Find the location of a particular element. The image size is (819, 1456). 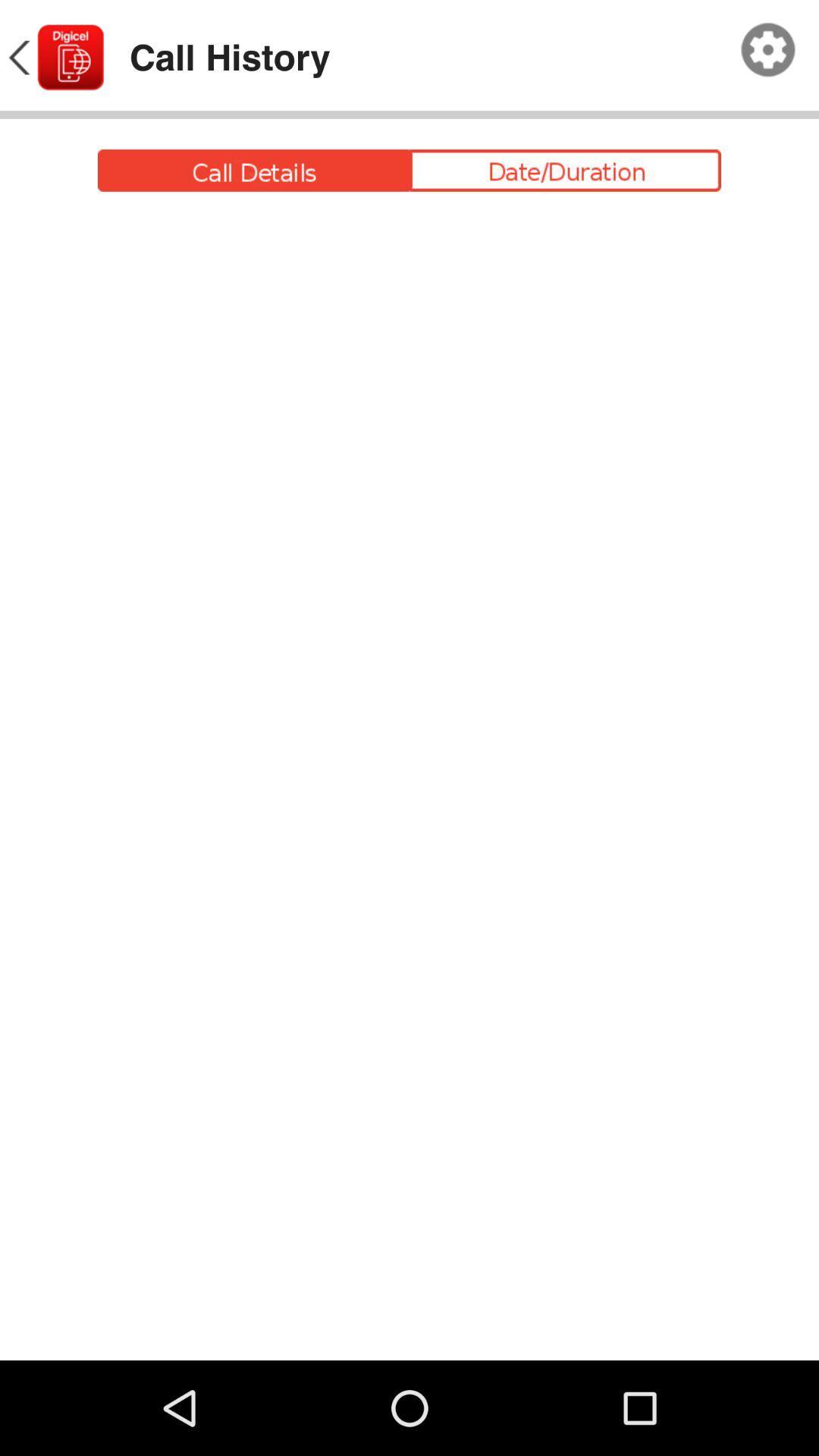

the item next to call history app is located at coordinates (768, 50).